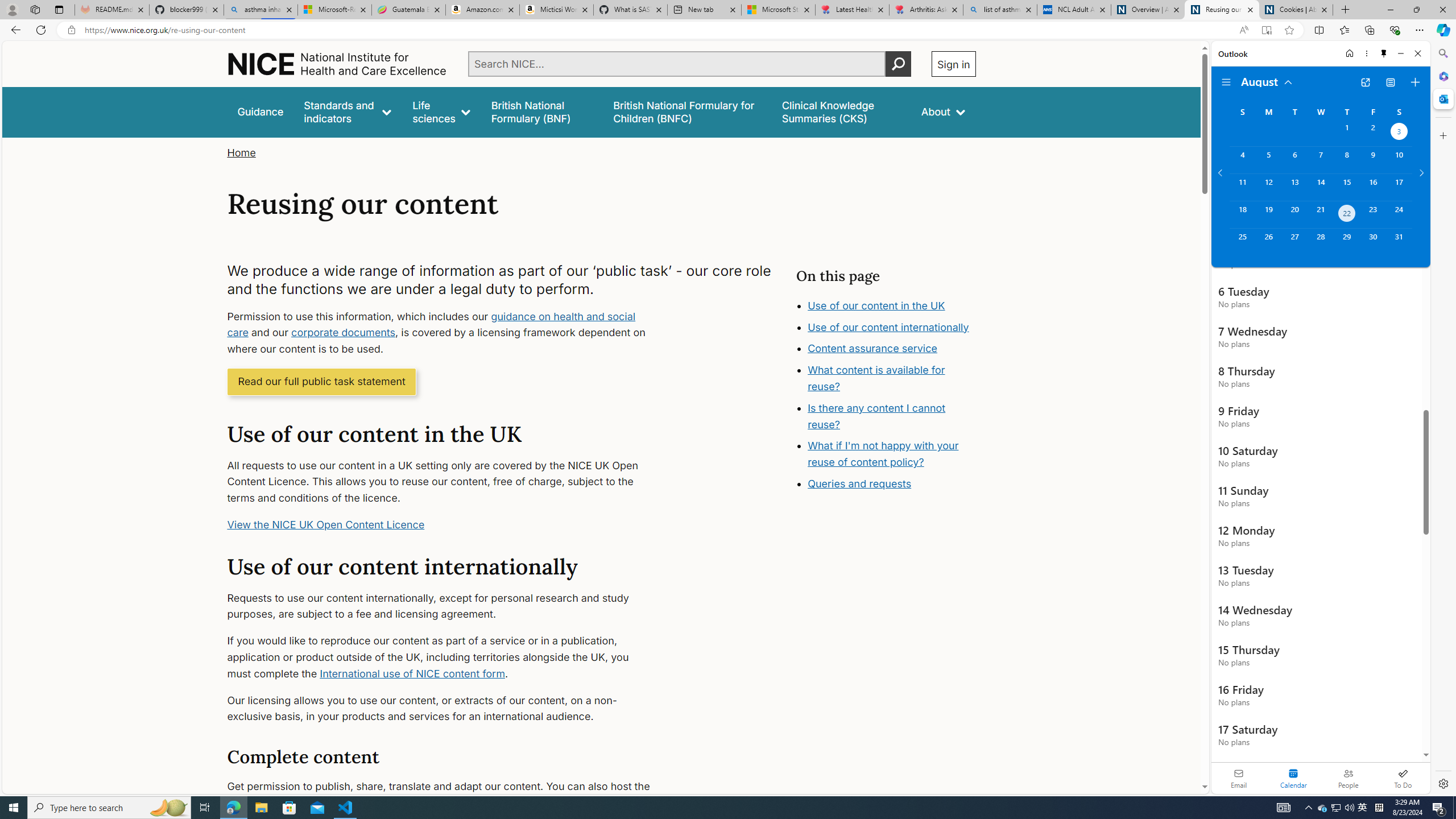 This screenshot has width=1456, height=819. What do you see at coordinates (1372, 133) in the screenshot?
I see `'Friday, August 2, 2024. '` at bounding box center [1372, 133].